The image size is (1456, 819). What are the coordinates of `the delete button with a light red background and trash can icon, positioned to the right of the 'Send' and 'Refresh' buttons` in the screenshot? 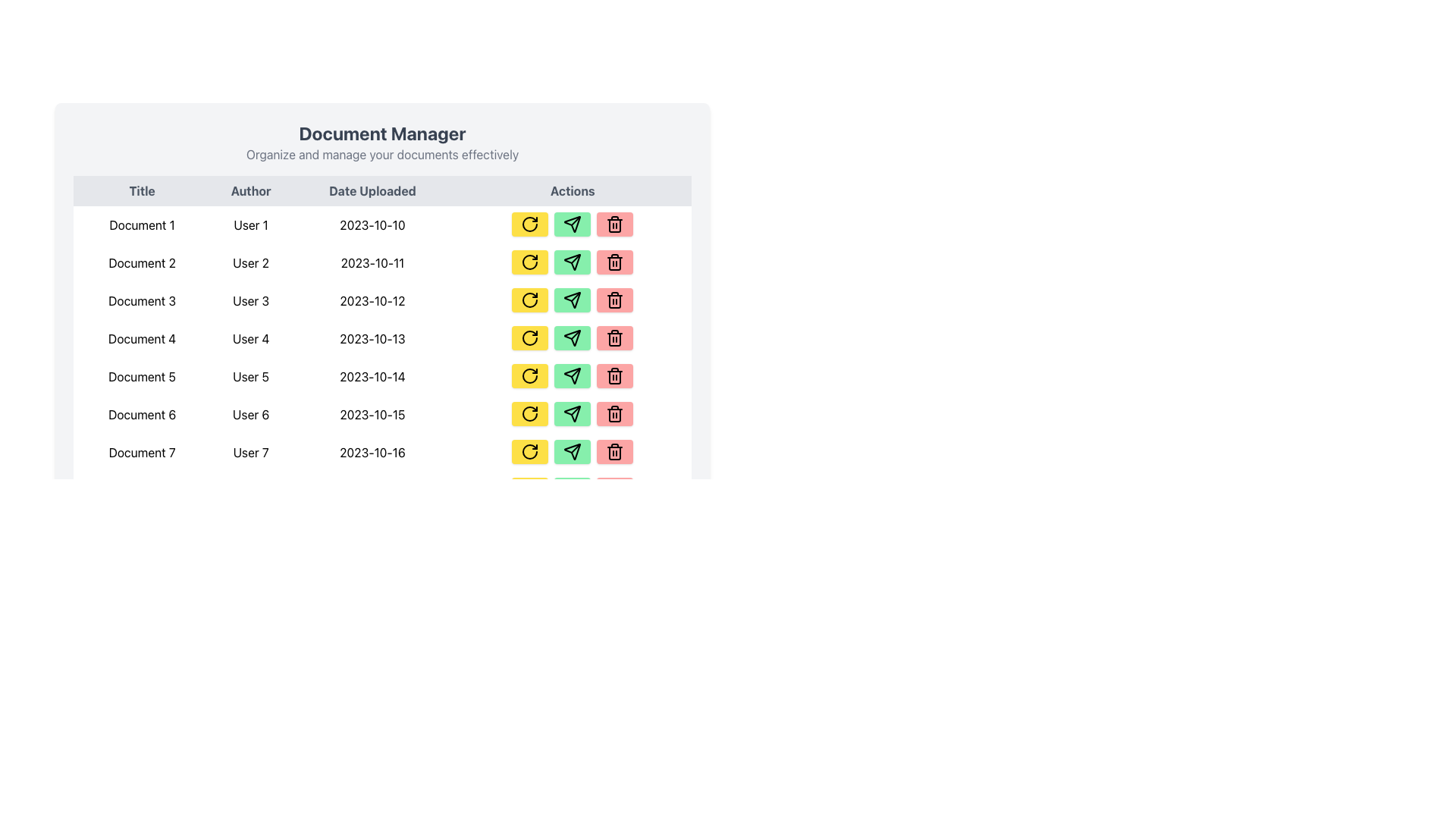 It's located at (615, 602).